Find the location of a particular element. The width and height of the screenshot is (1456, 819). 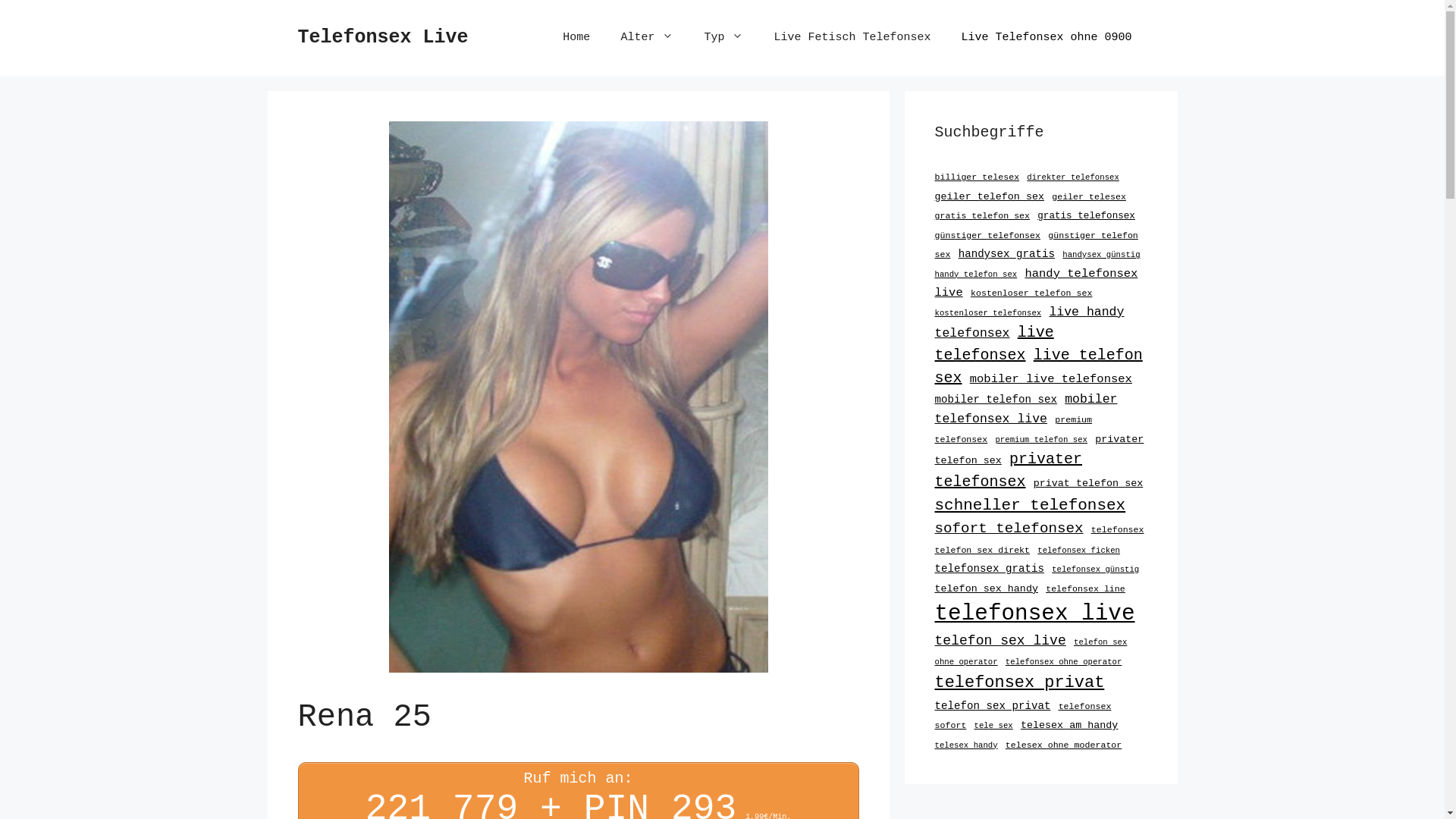

'premium telefonsex' is located at coordinates (1012, 429).